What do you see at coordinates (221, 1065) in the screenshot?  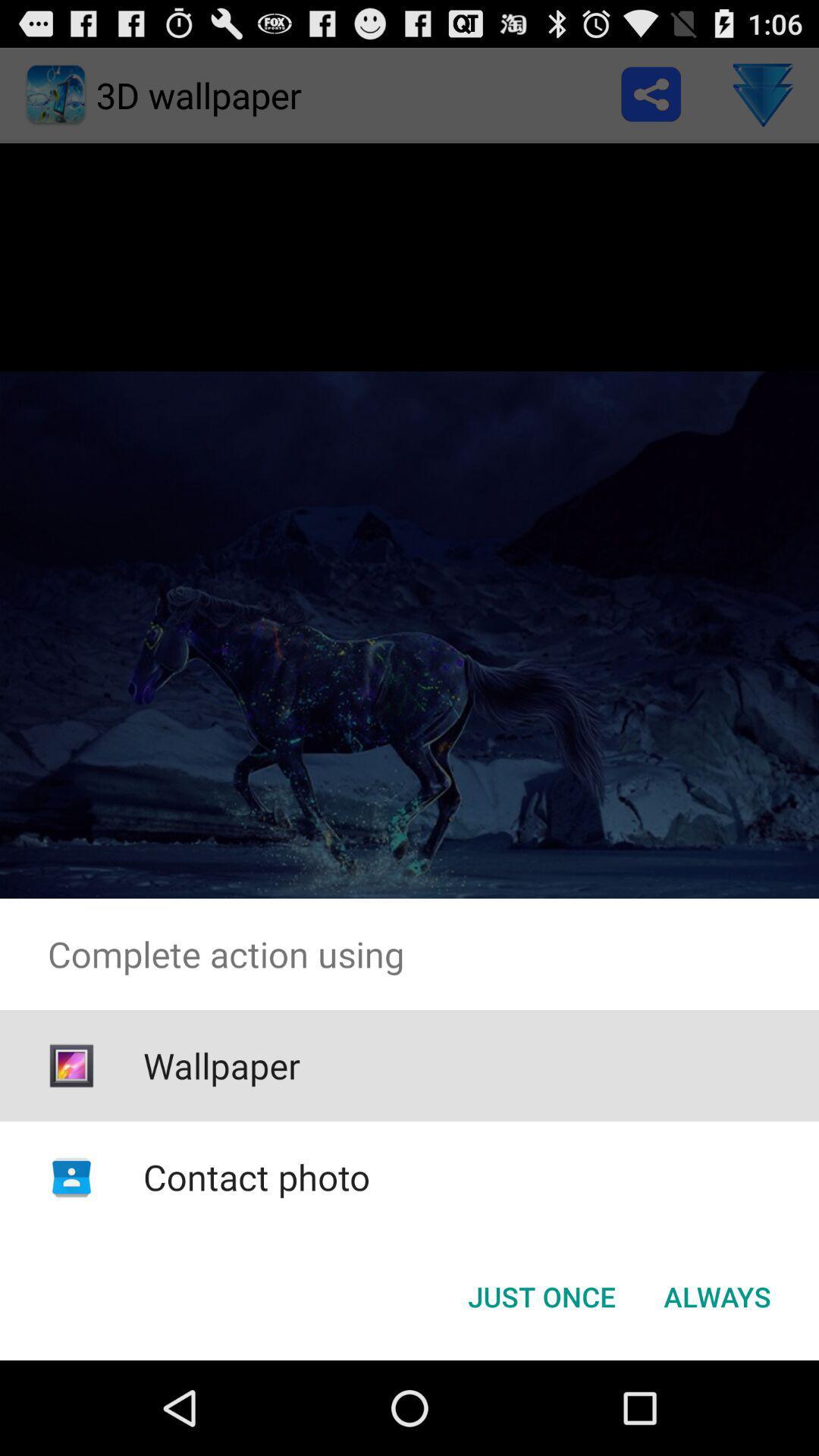 I see `app below the complete action using app` at bounding box center [221, 1065].